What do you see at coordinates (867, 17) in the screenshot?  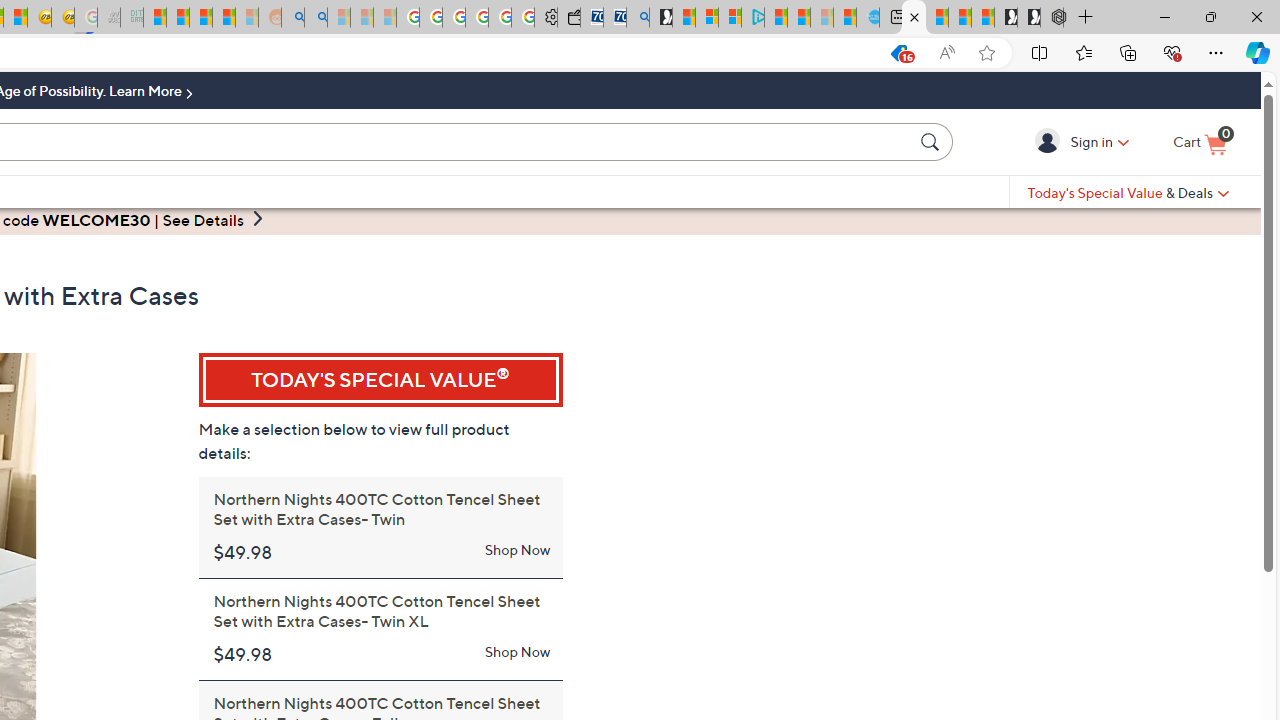 I see `'Home | Sky Blue Bikes - Sky Blue Bikes'` at bounding box center [867, 17].